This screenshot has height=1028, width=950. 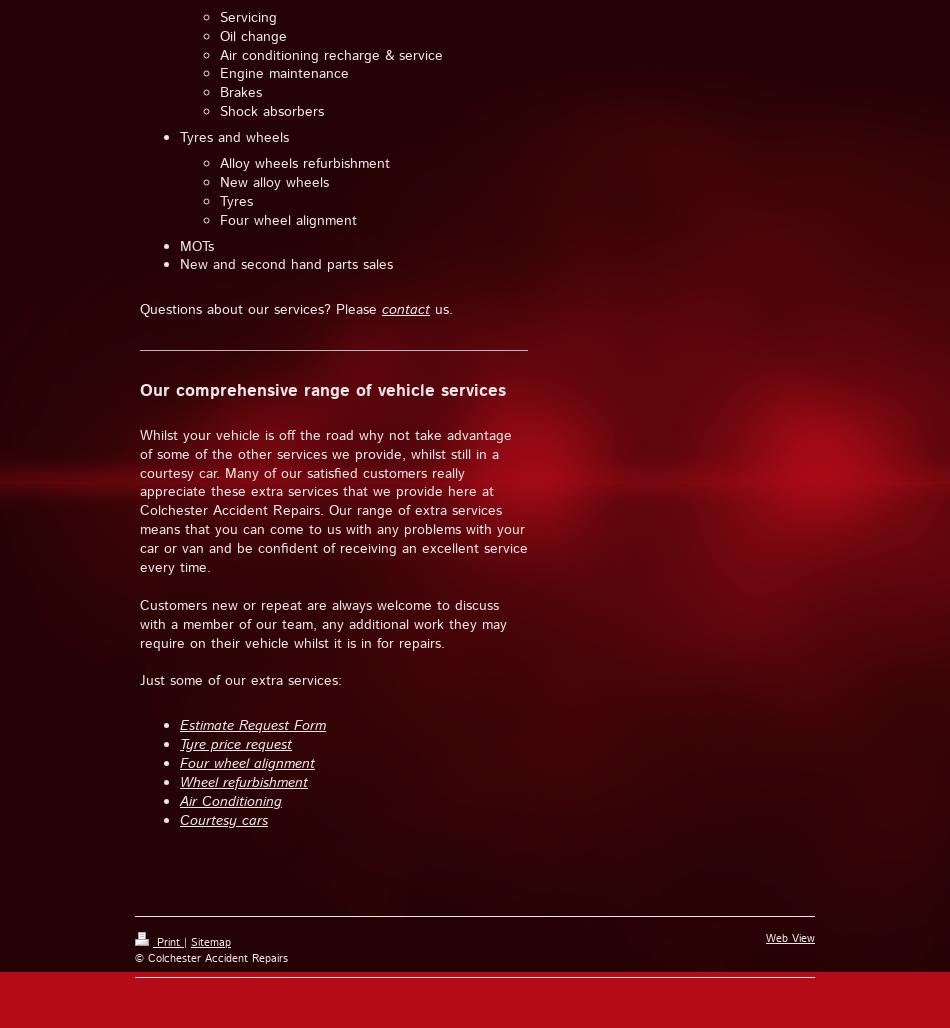 I want to click on 'Tyres', so click(x=220, y=199).